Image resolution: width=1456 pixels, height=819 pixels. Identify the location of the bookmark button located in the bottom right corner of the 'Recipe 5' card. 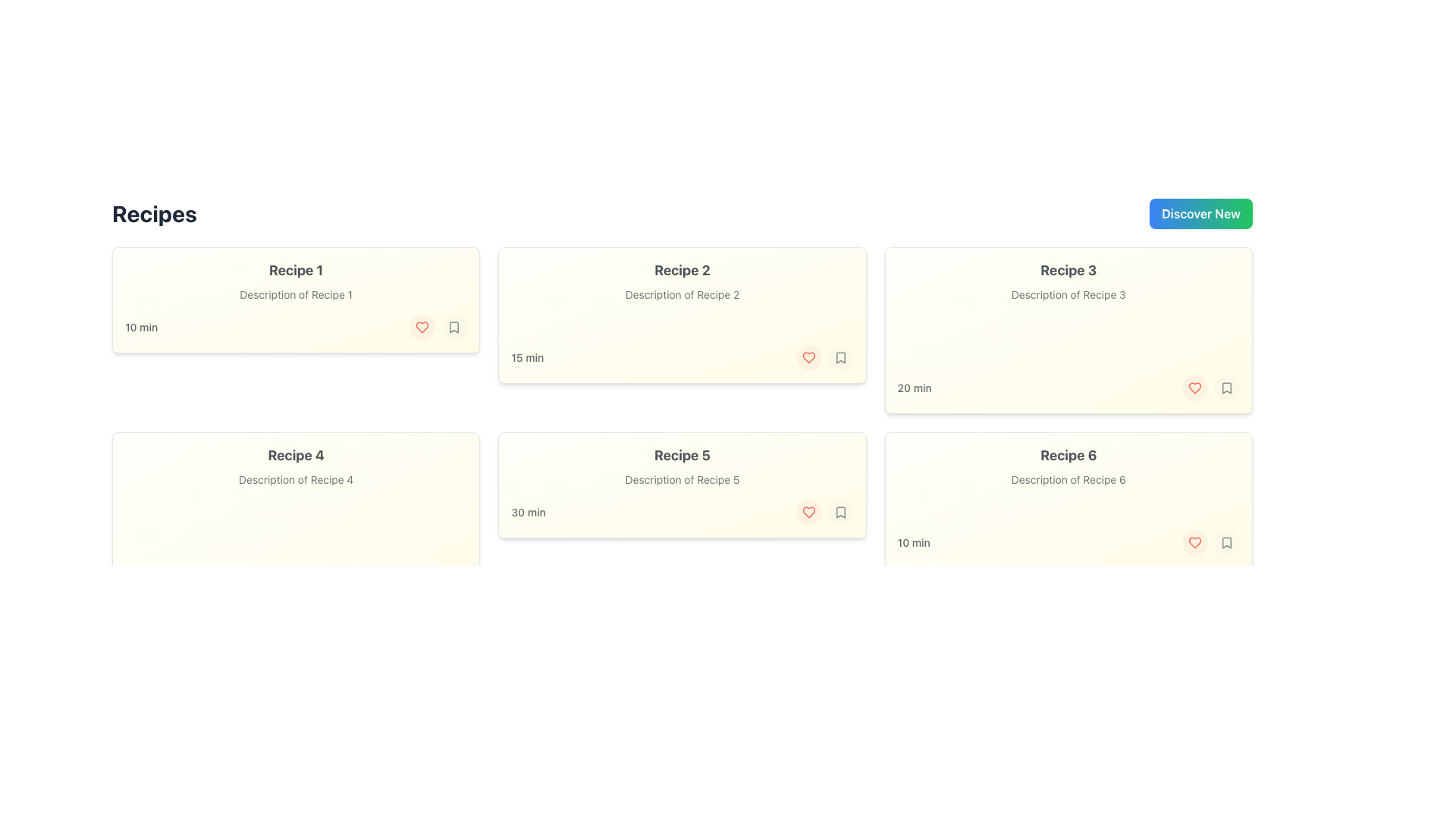
(839, 512).